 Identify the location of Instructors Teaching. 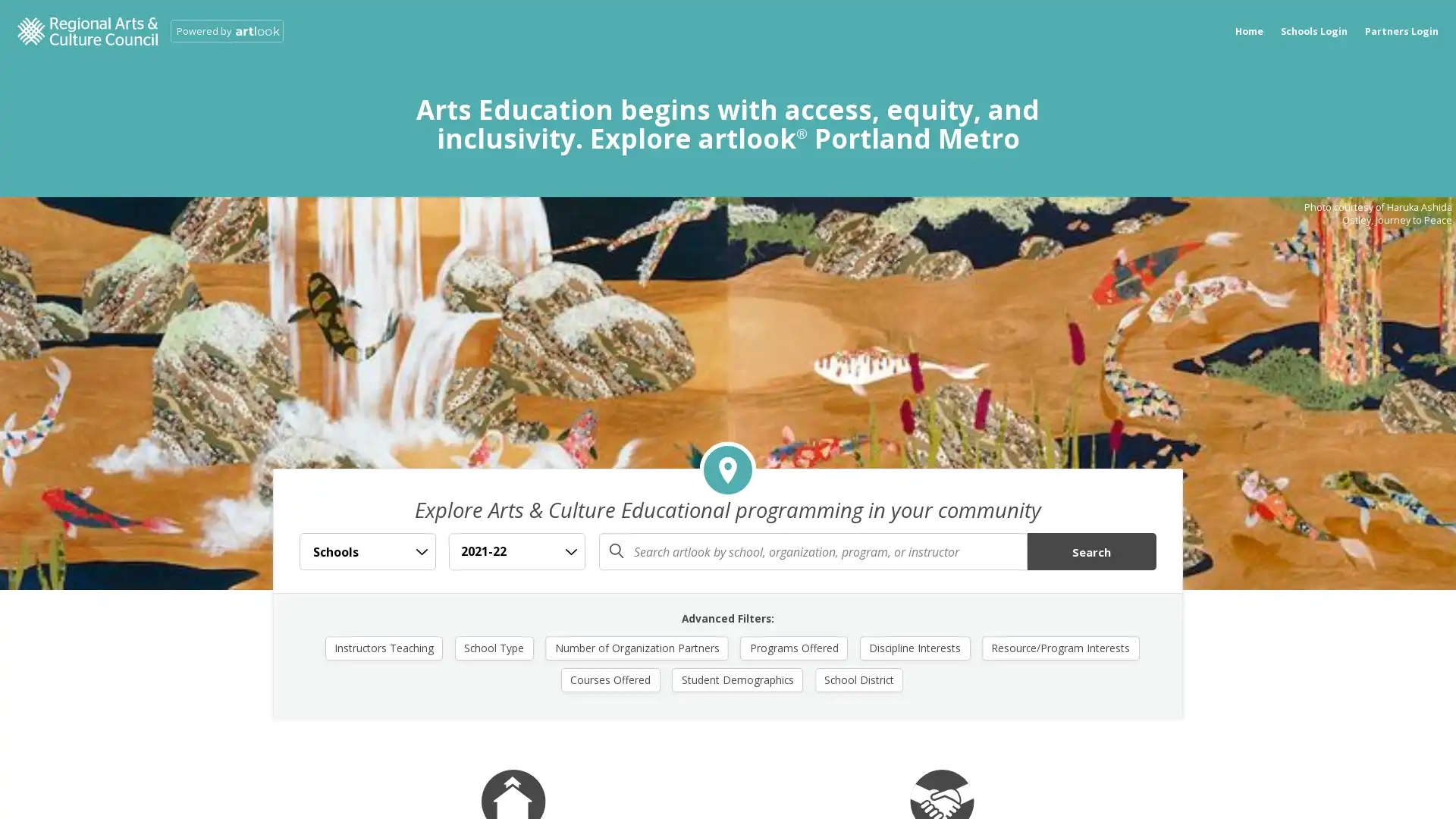
(383, 647).